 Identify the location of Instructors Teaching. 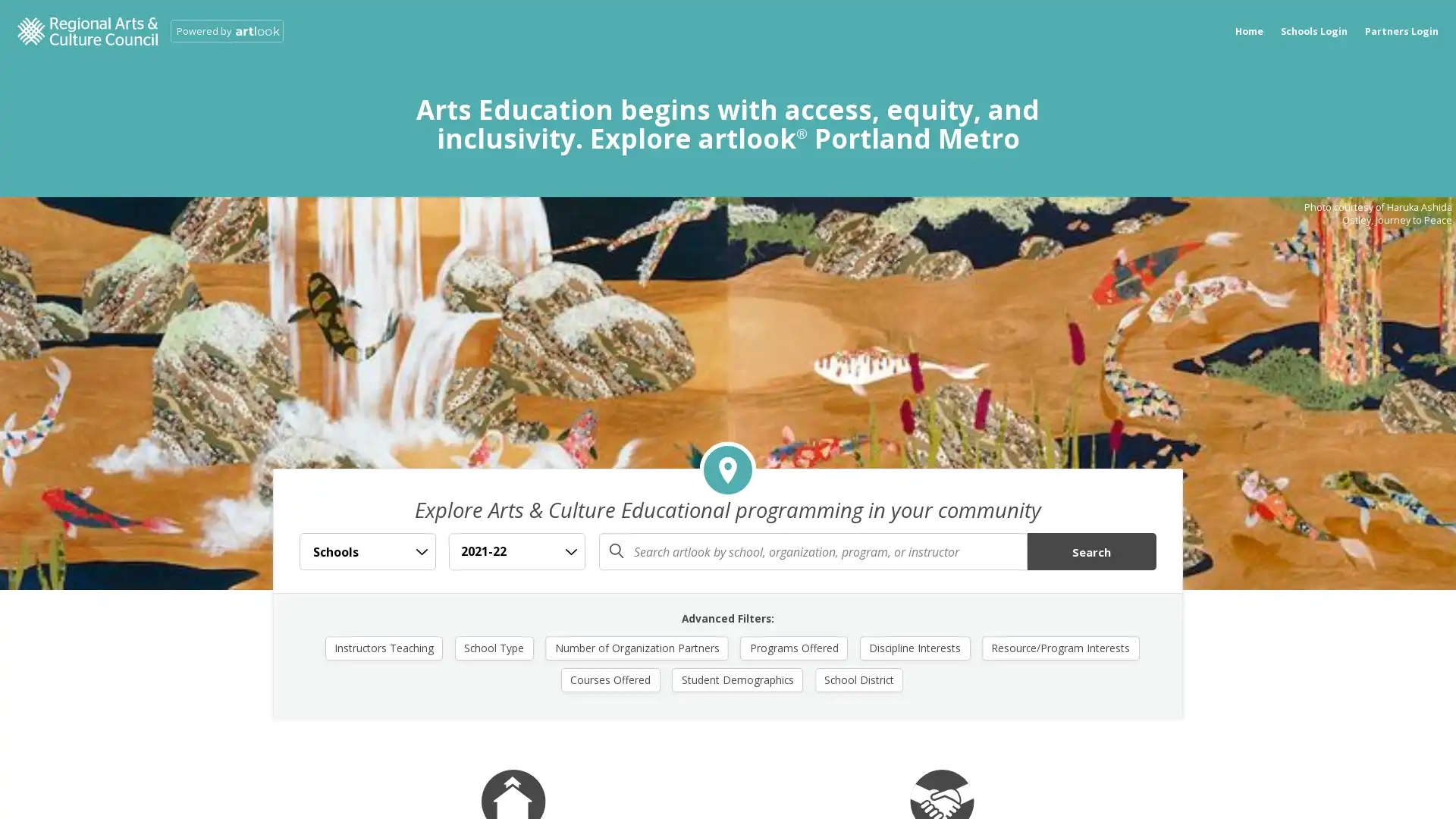
(383, 647).